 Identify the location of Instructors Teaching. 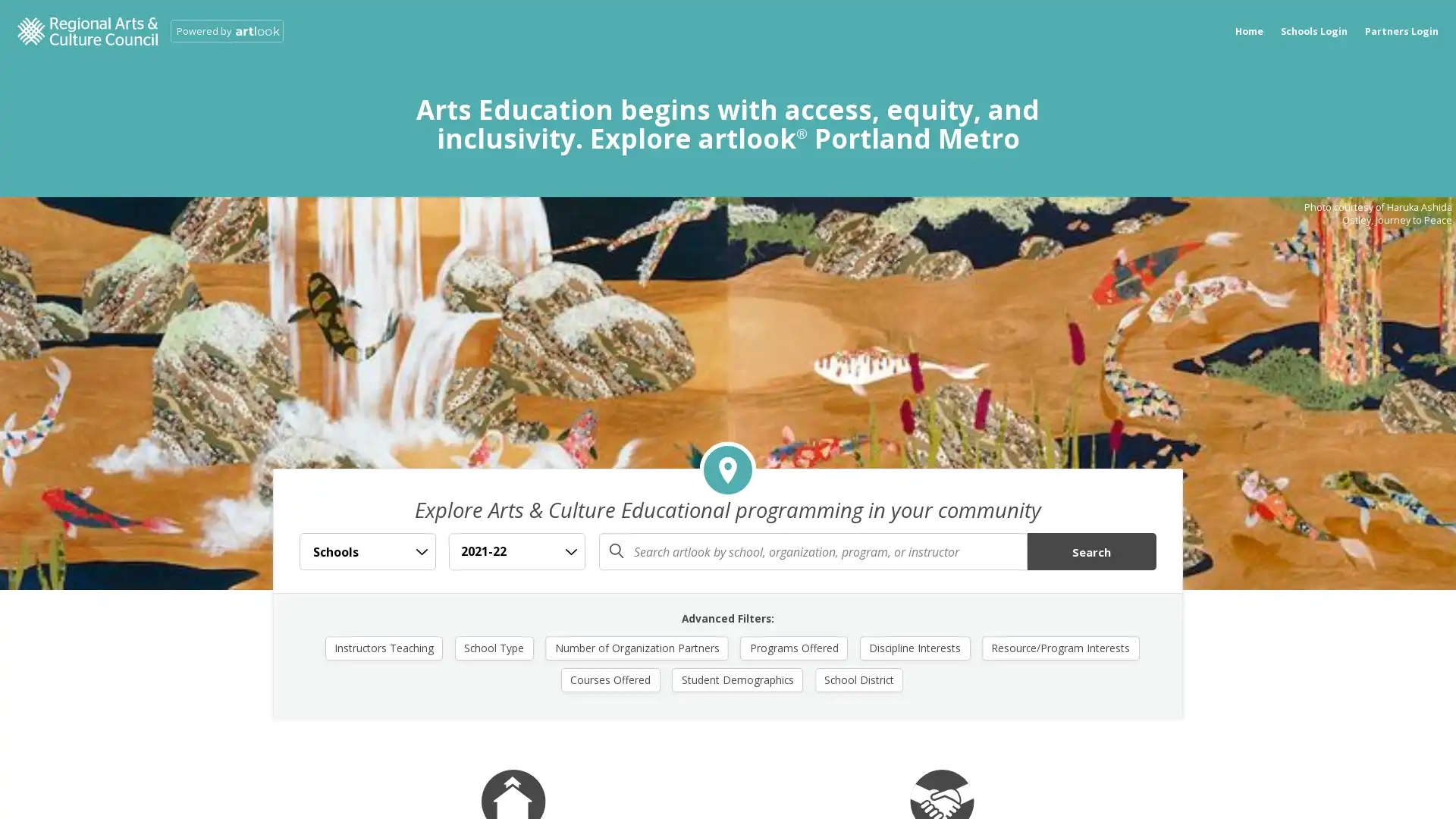
(383, 647).